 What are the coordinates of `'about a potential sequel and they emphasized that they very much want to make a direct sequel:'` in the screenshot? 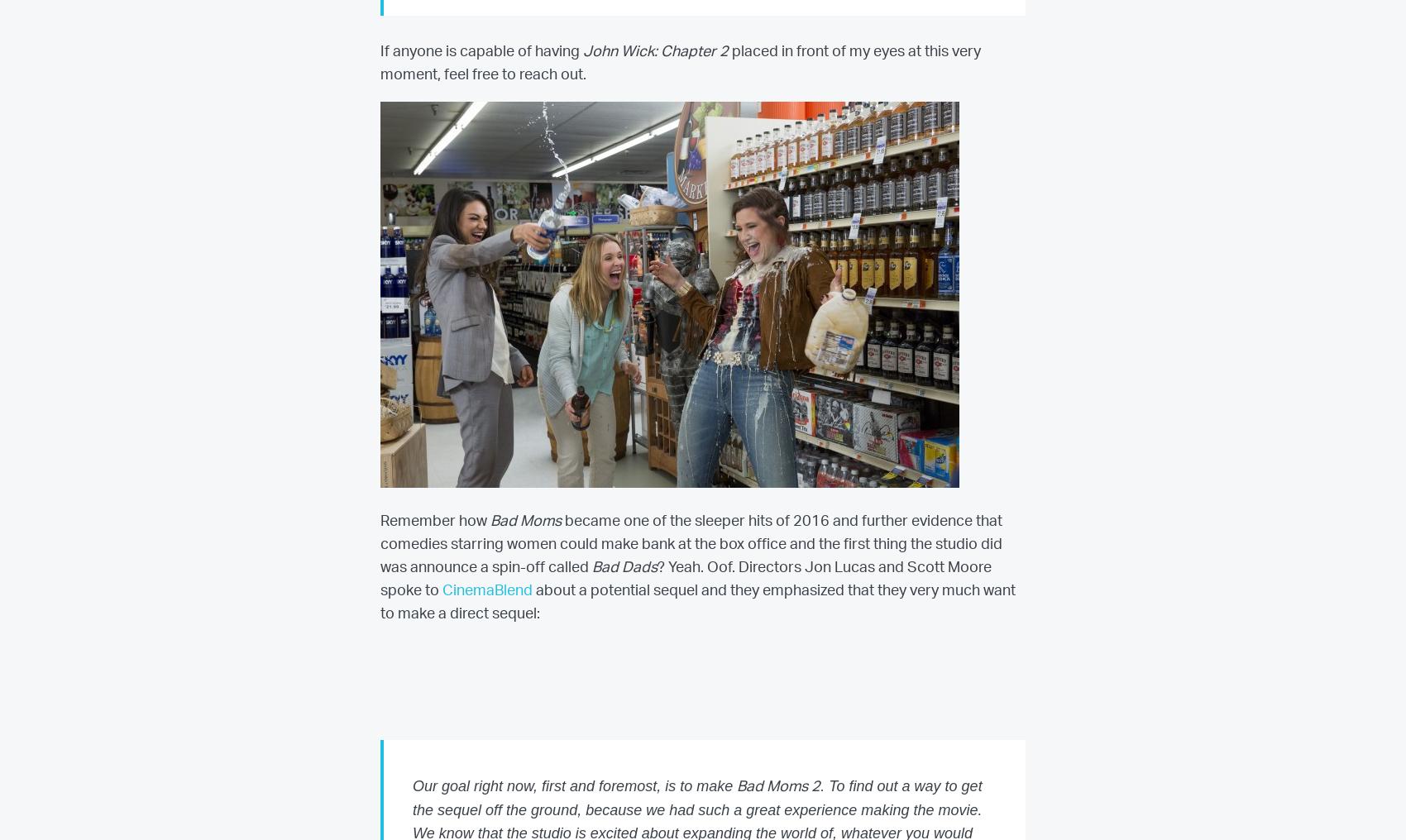 It's located at (697, 602).